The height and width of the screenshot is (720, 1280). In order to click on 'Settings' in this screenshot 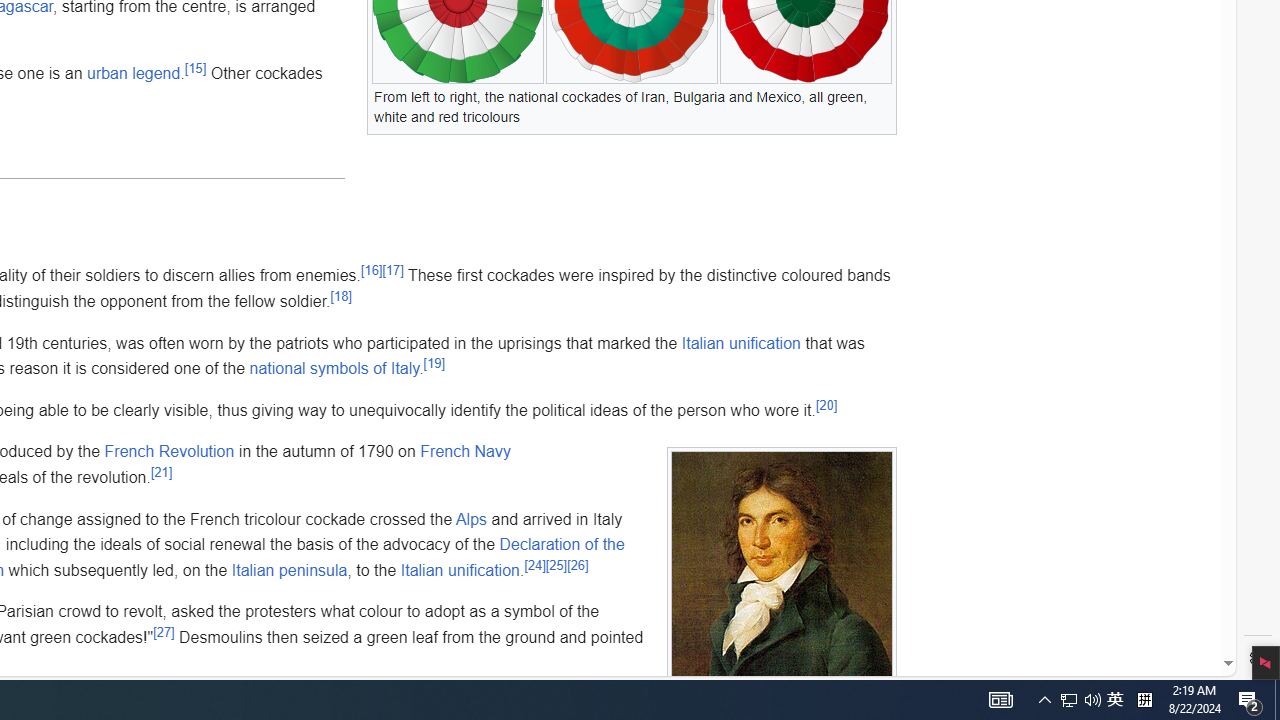, I will do `click(1257, 658)`.